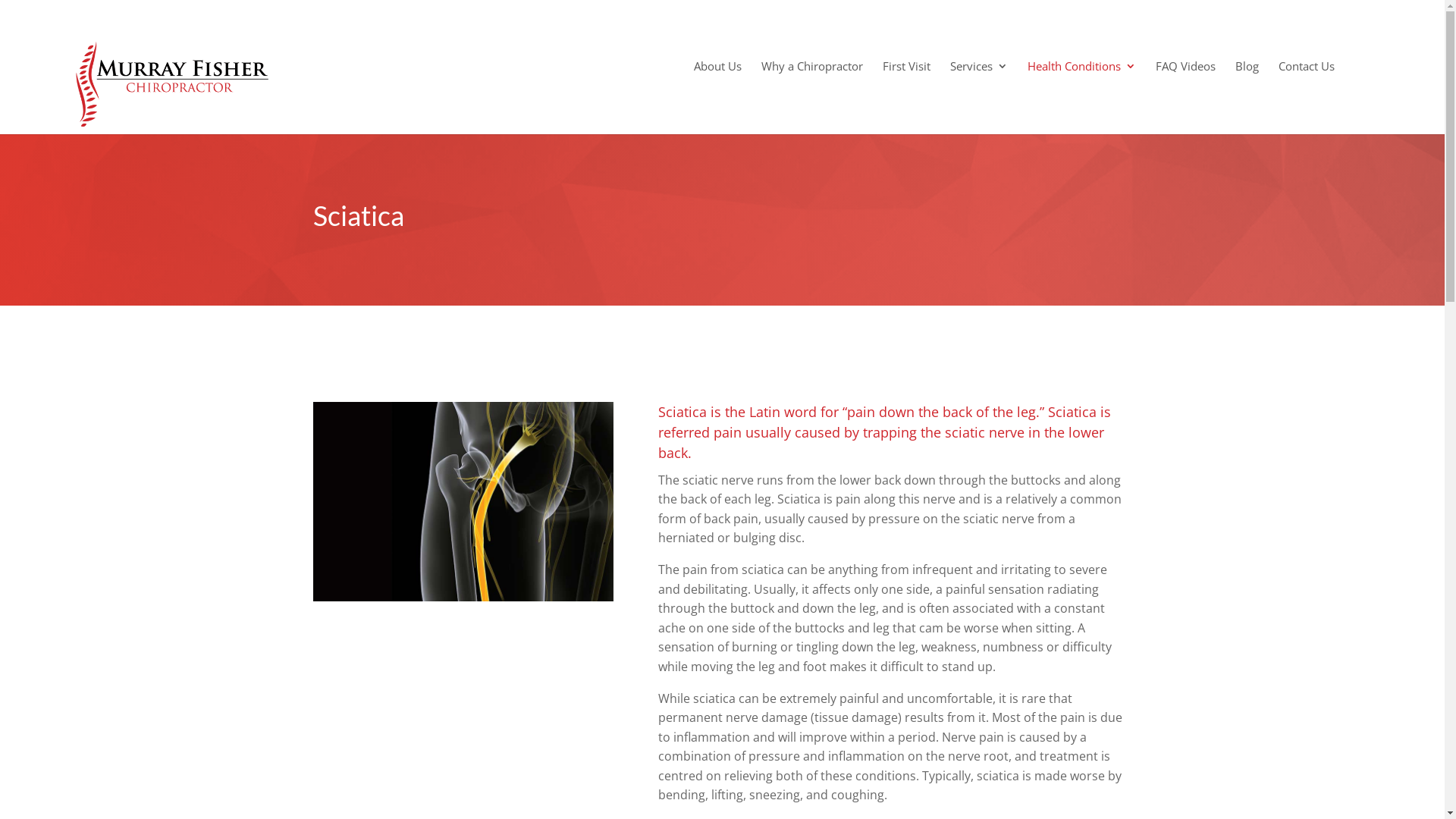 The width and height of the screenshot is (1456, 819). What do you see at coordinates (906, 78) in the screenshot?
I see `'First Visit'` at bounding box center [906, 78].